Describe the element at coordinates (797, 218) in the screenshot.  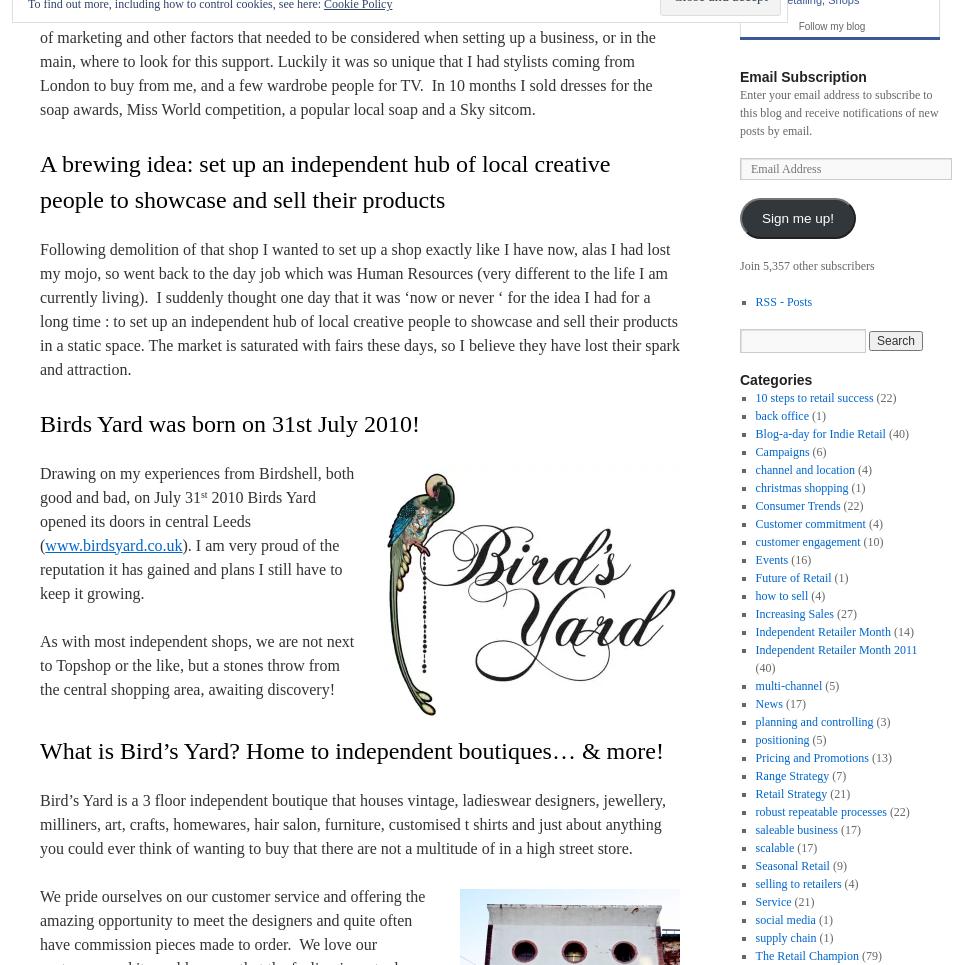
I see `'Sign me up!'` at that location.